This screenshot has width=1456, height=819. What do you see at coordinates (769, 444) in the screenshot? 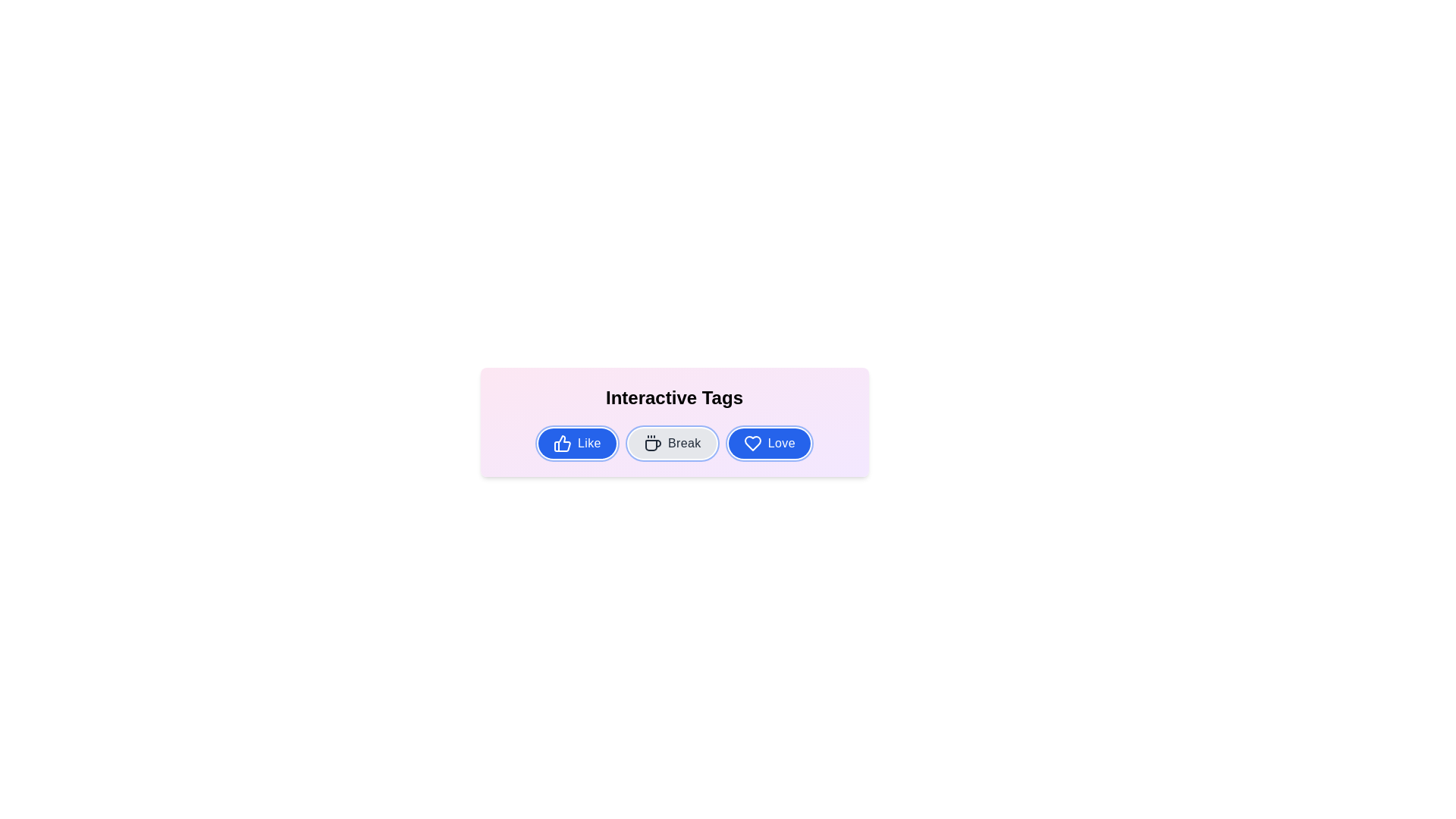
I see `the tag Love` at bounding box center [769, 444].